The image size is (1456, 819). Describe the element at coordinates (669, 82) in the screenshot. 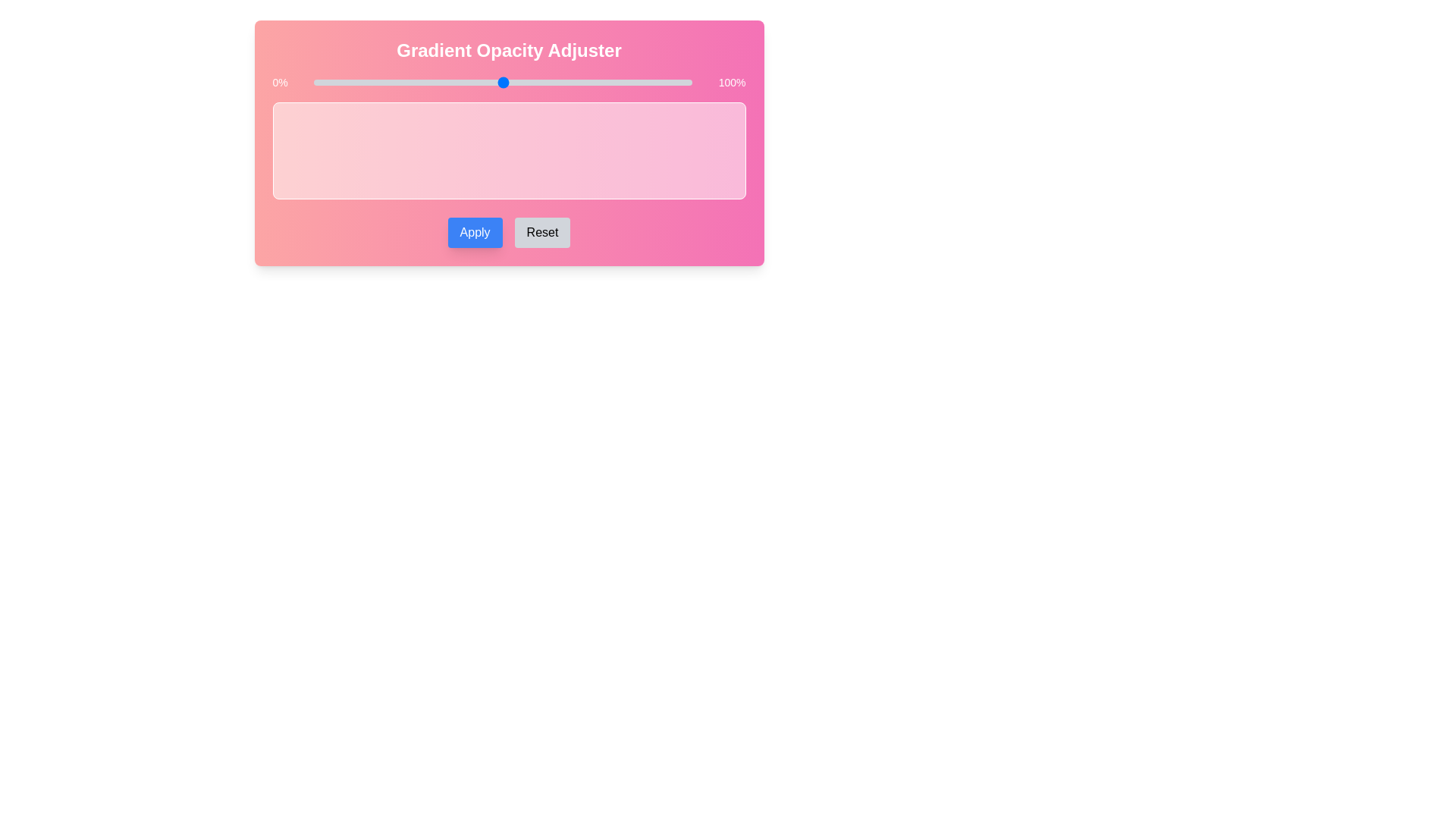

I see `the slider to set the gradient opacity to 94%` at that location.